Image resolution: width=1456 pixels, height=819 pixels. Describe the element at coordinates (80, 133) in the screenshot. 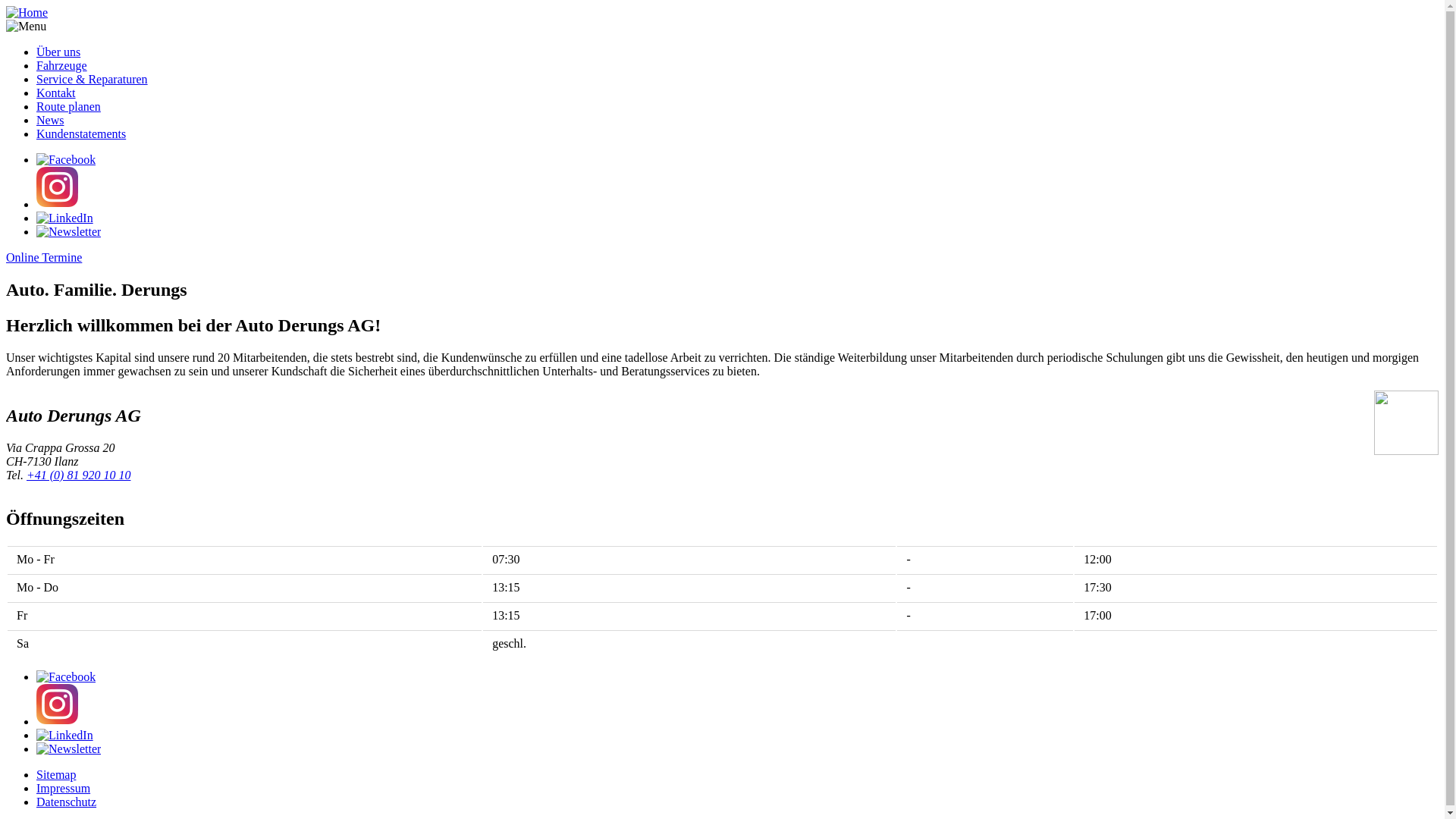

I see `'Kundenstatements'` at that location.